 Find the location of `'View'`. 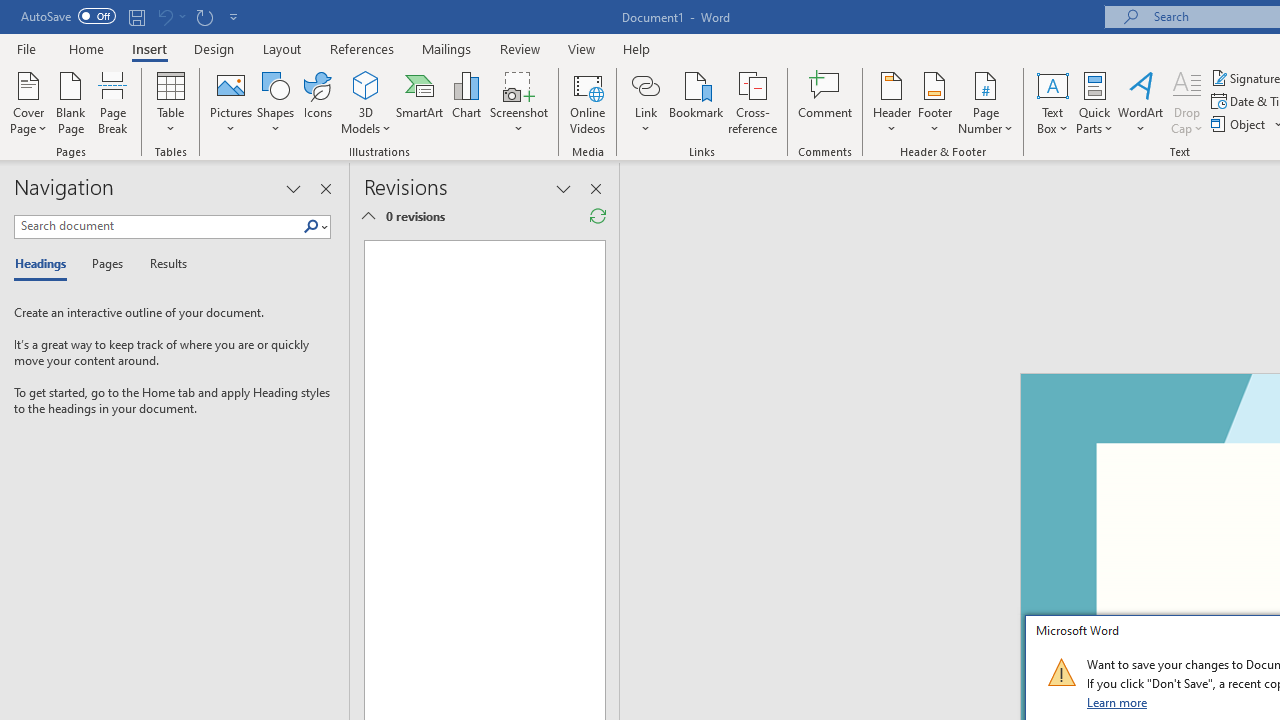

'View' is located at coordinates (581, 48).